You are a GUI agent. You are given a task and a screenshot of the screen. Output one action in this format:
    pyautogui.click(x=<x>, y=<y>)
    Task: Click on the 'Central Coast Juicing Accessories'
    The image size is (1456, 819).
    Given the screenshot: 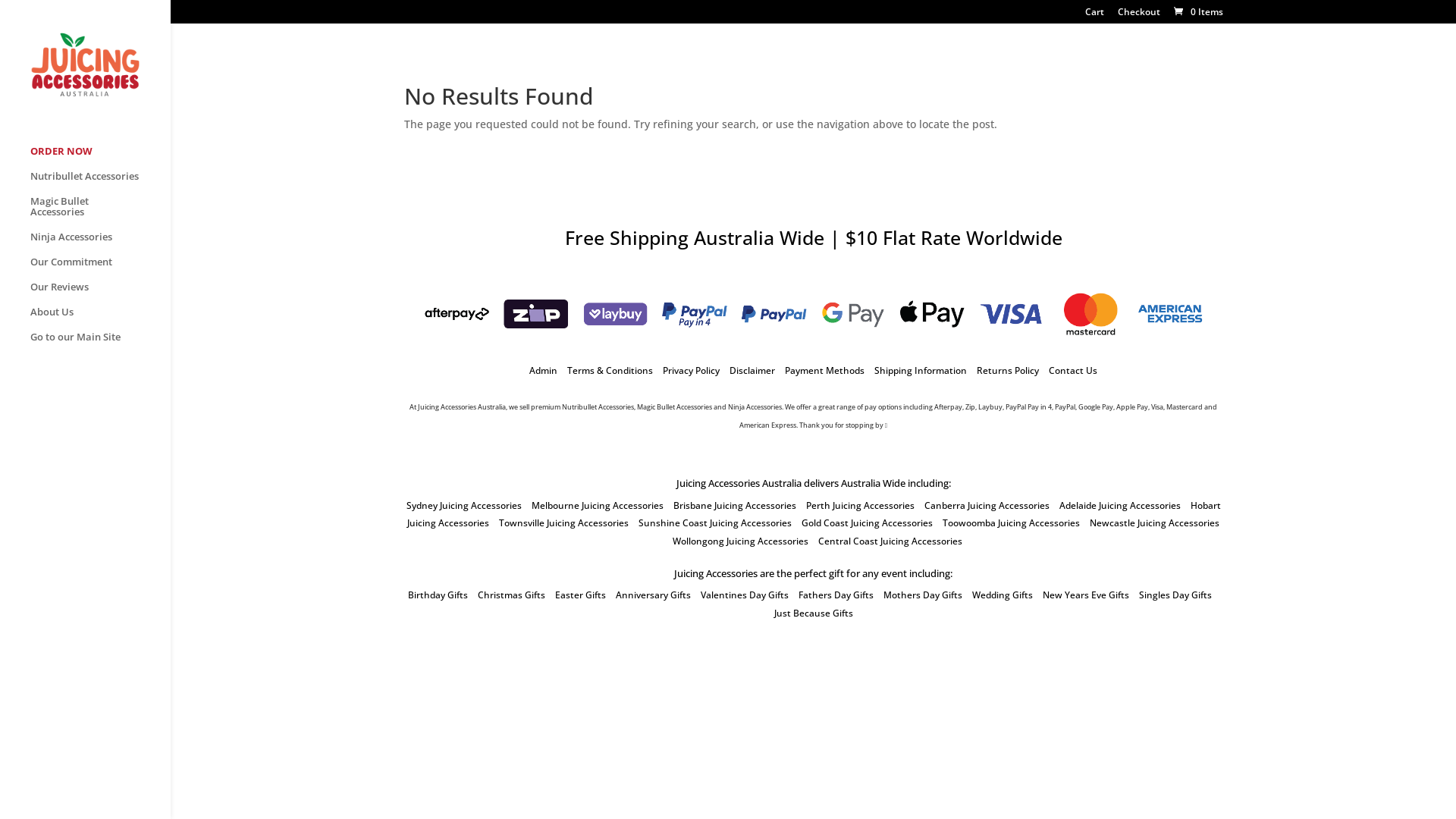 What is the action you would take?
    pyautogui.click(x=889, y=540)
    